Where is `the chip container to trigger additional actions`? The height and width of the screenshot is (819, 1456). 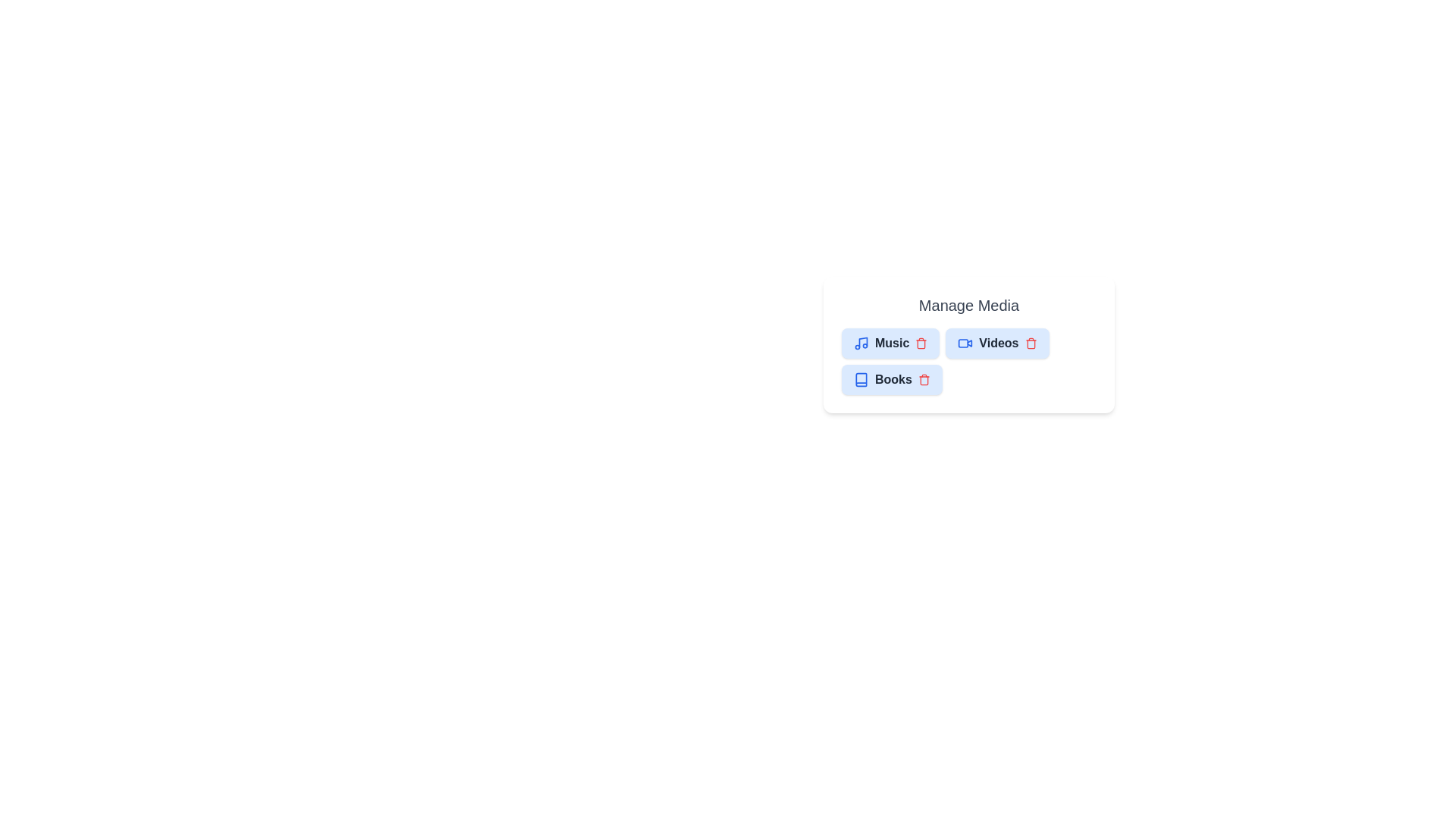 the chip container to trigger additional actions is located at coordinates (968, 345).